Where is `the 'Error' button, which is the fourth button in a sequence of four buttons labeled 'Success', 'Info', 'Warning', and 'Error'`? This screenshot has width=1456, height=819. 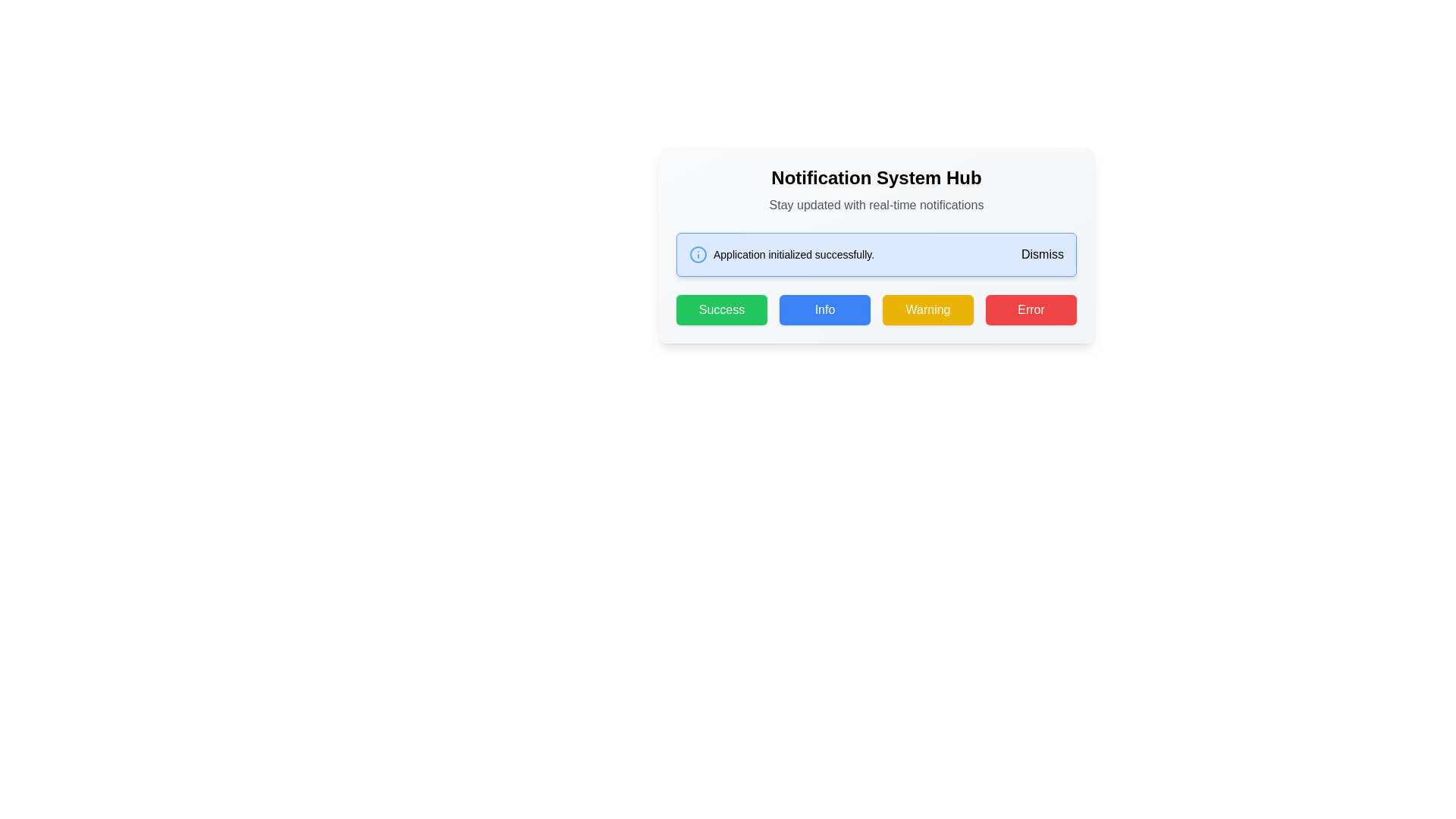
the 'Error' button, which is the fourth button in a sequence of four buttons labeled 'Success', 'Info', 'Warning', and 'Error' is located at coordinates (1031, 309).